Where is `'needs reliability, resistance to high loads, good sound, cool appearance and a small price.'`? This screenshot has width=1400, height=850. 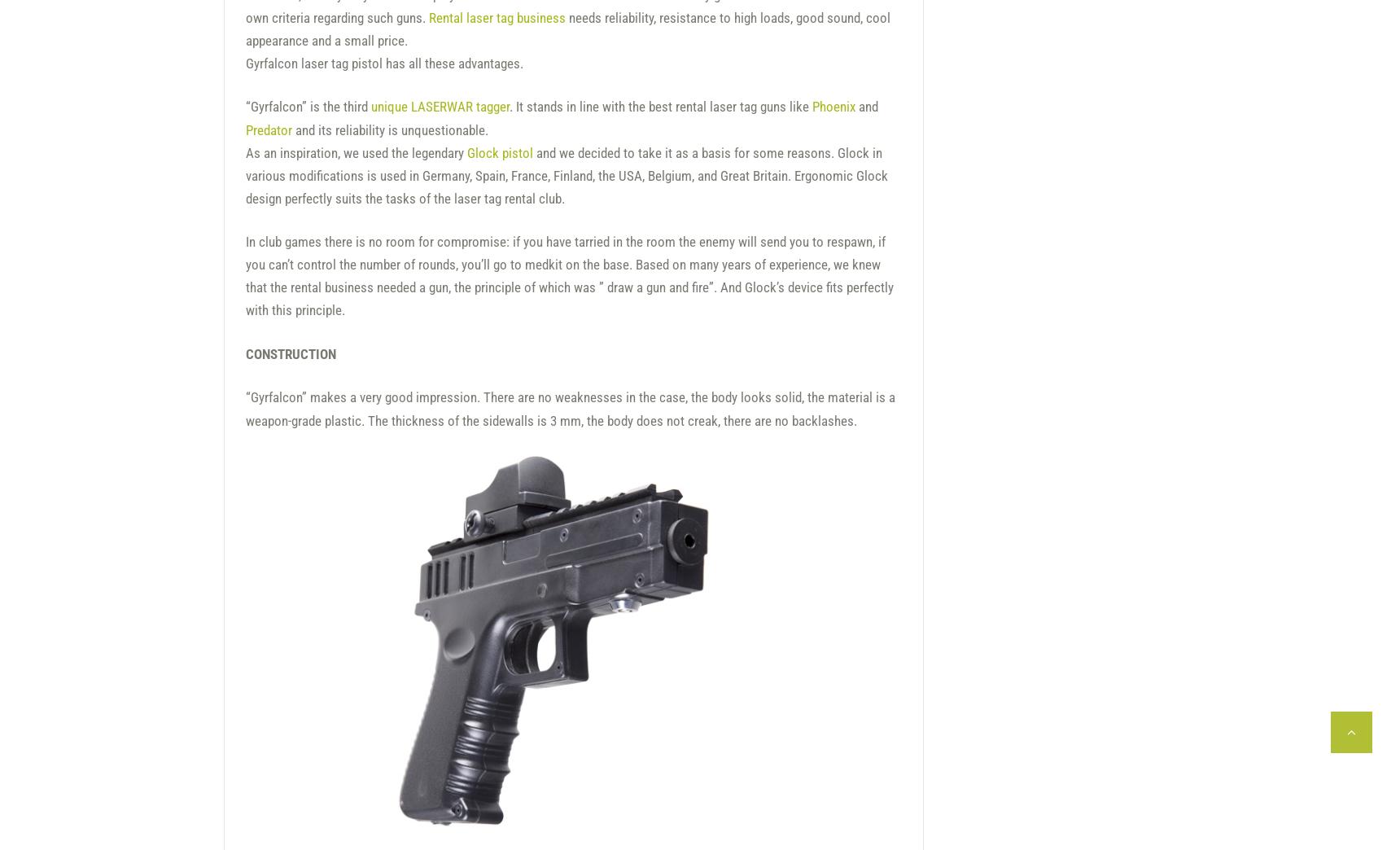
'needs reliability, resistance to high loads, good sound, cool appearance and a small price.' is located at coordinates (567, 27).